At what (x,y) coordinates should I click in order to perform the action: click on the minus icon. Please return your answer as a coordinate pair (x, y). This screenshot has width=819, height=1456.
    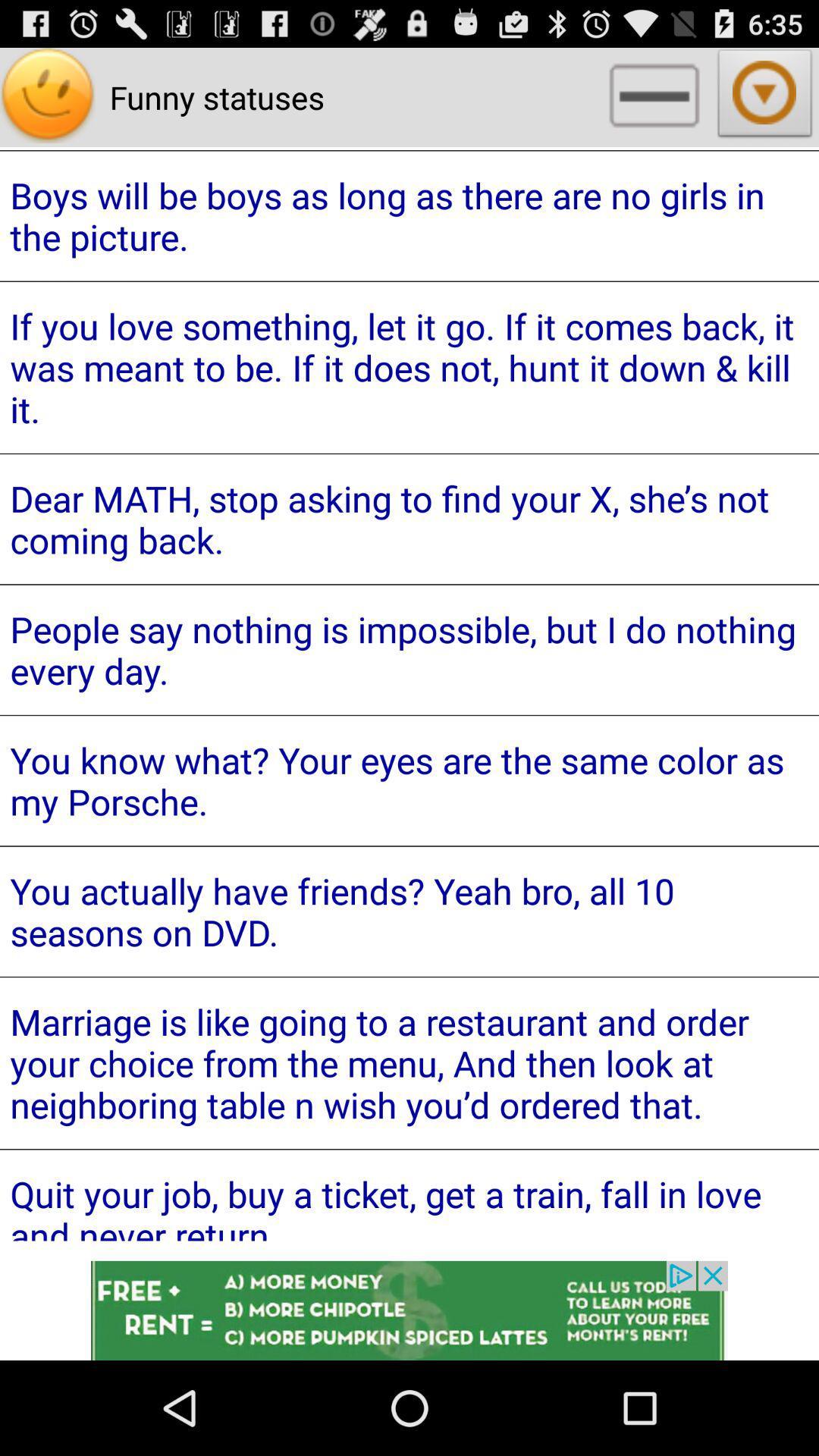
    Looking at the image, I should click on (652, 101).